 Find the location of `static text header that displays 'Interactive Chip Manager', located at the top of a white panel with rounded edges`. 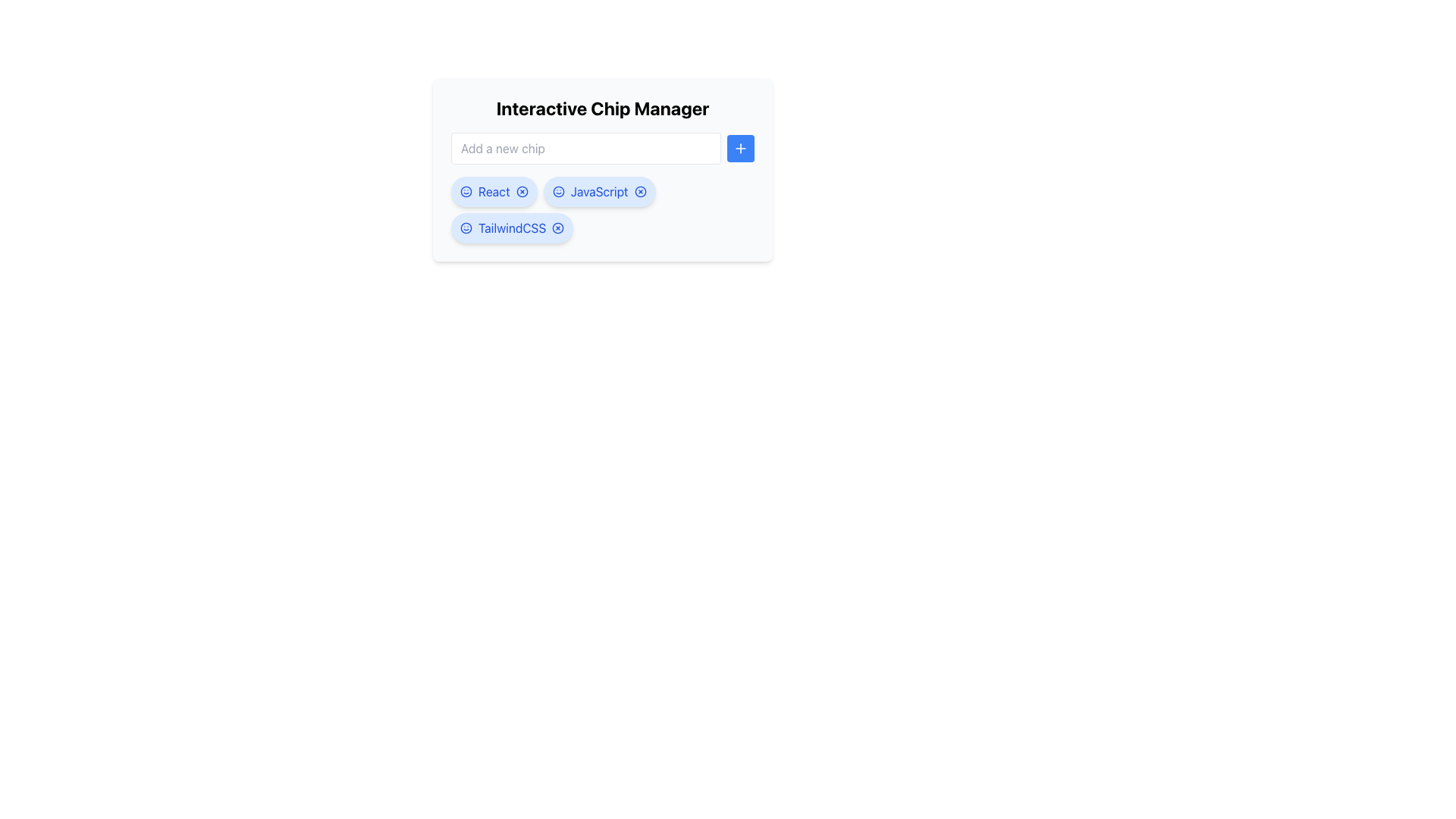

static text header that displays 'Interactive Chip Manager', located at the top of a white panel with rounded edges is located at coordinates (602, 107).